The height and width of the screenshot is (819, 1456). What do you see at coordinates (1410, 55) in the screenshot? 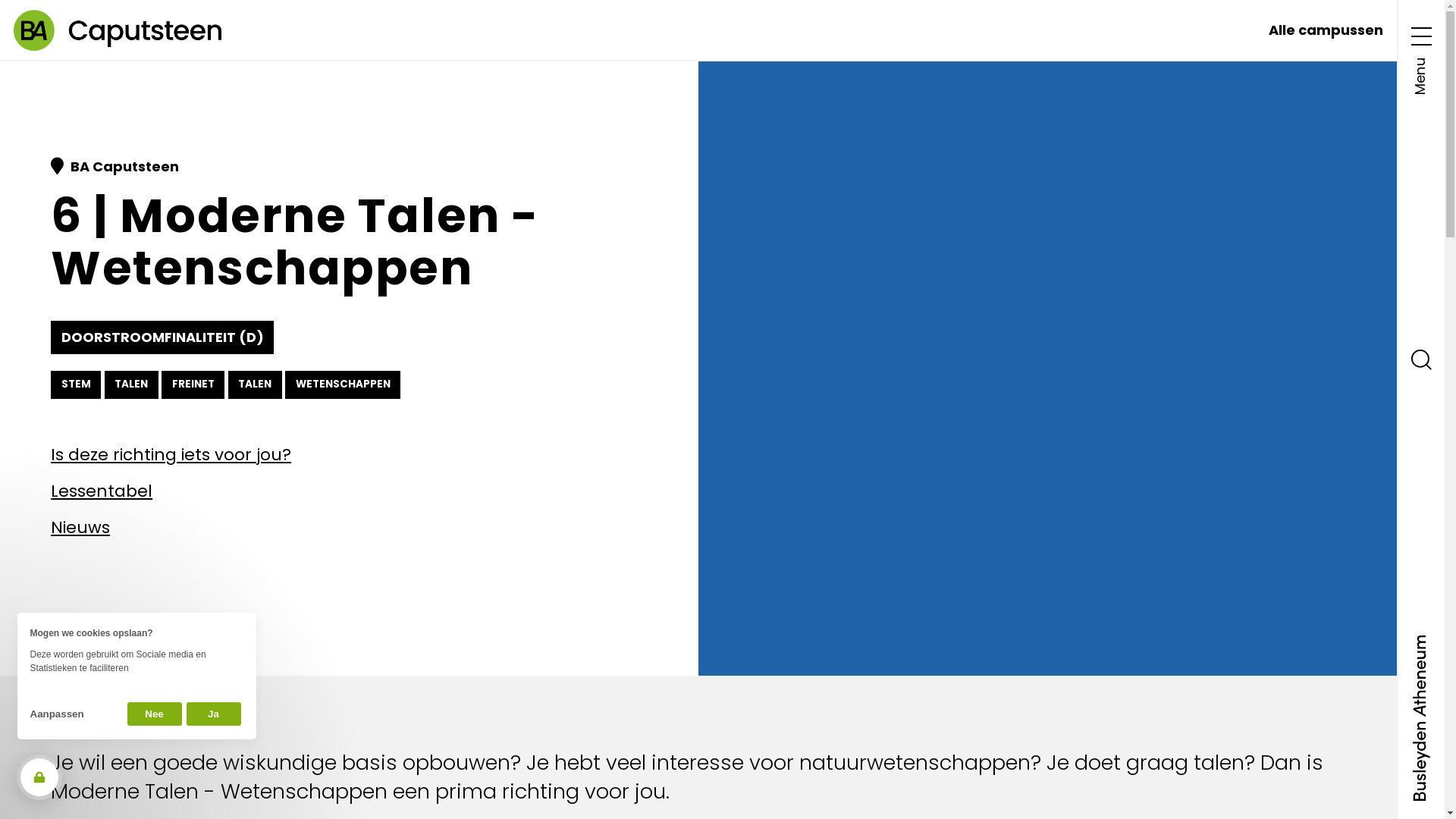
I see `'Menu'` at bounding box center [1410, 55].